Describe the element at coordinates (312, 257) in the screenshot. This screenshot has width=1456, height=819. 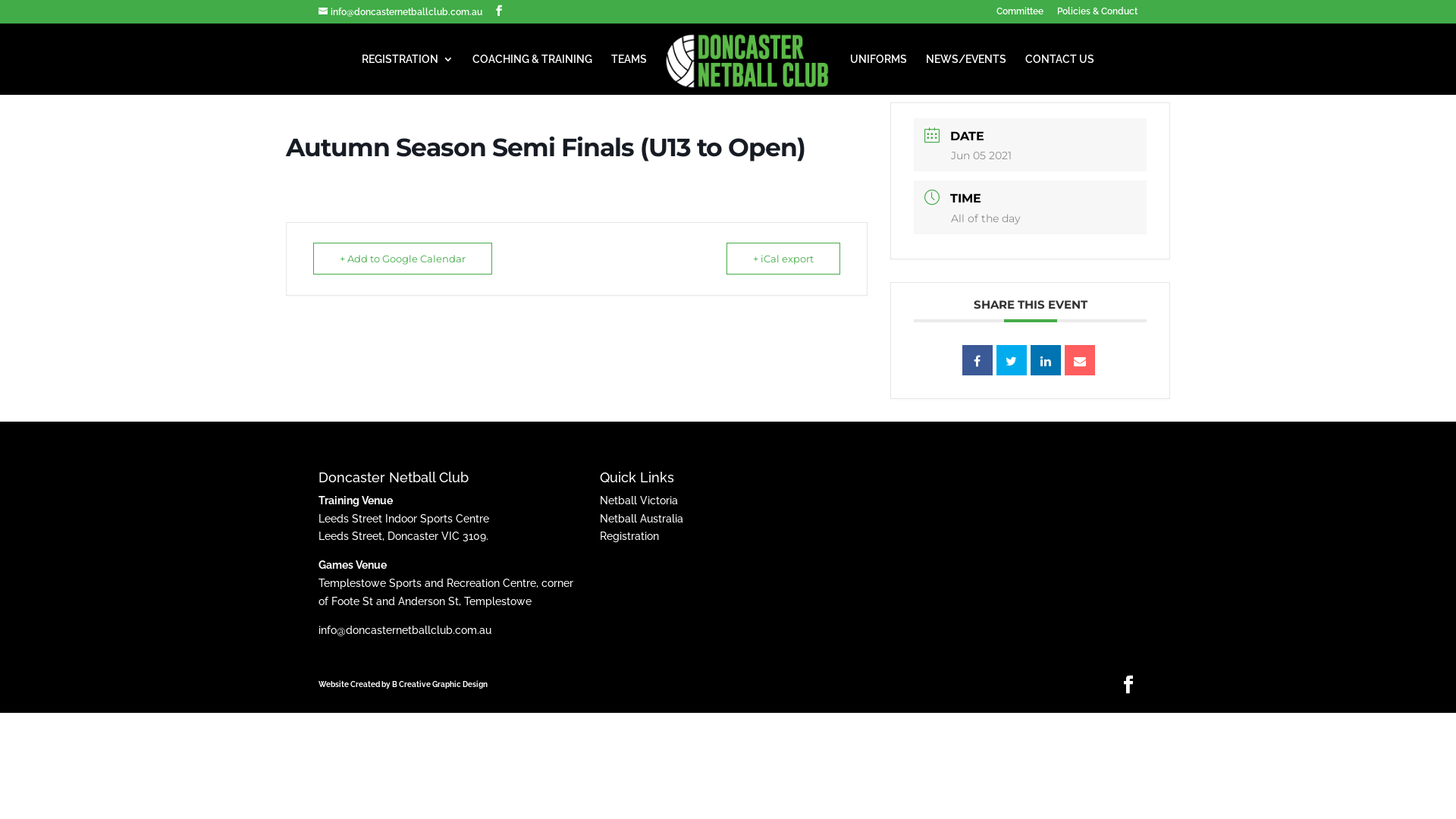
I see `'+ Add to Google Calendar'` at that location.